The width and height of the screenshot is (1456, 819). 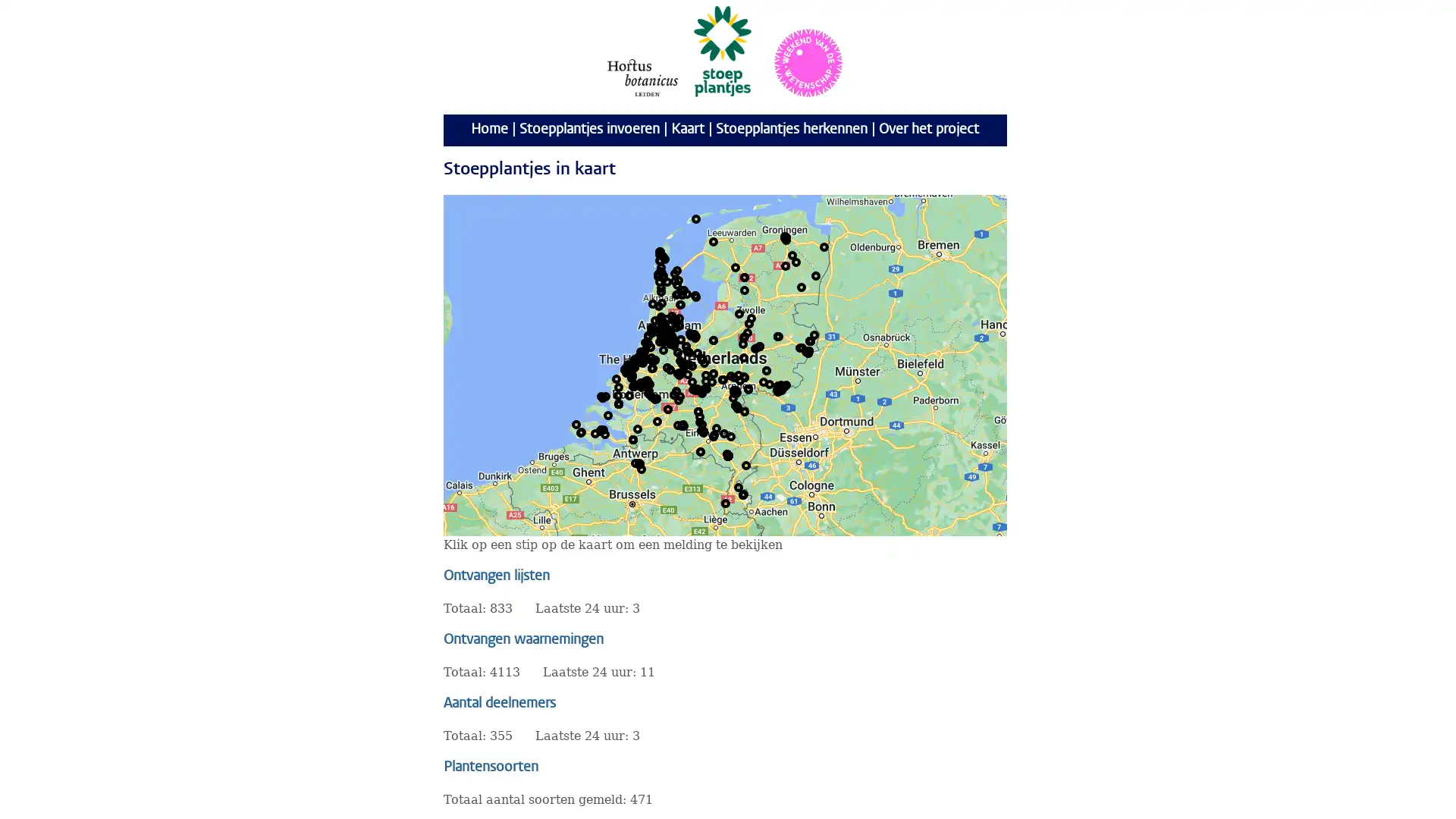 What do you see at coordinates (748, 388) in the screenshot?
I see `Telling van Mevr. M.A de Wit op 13 juni 2022` at bounding box center [748, 388].